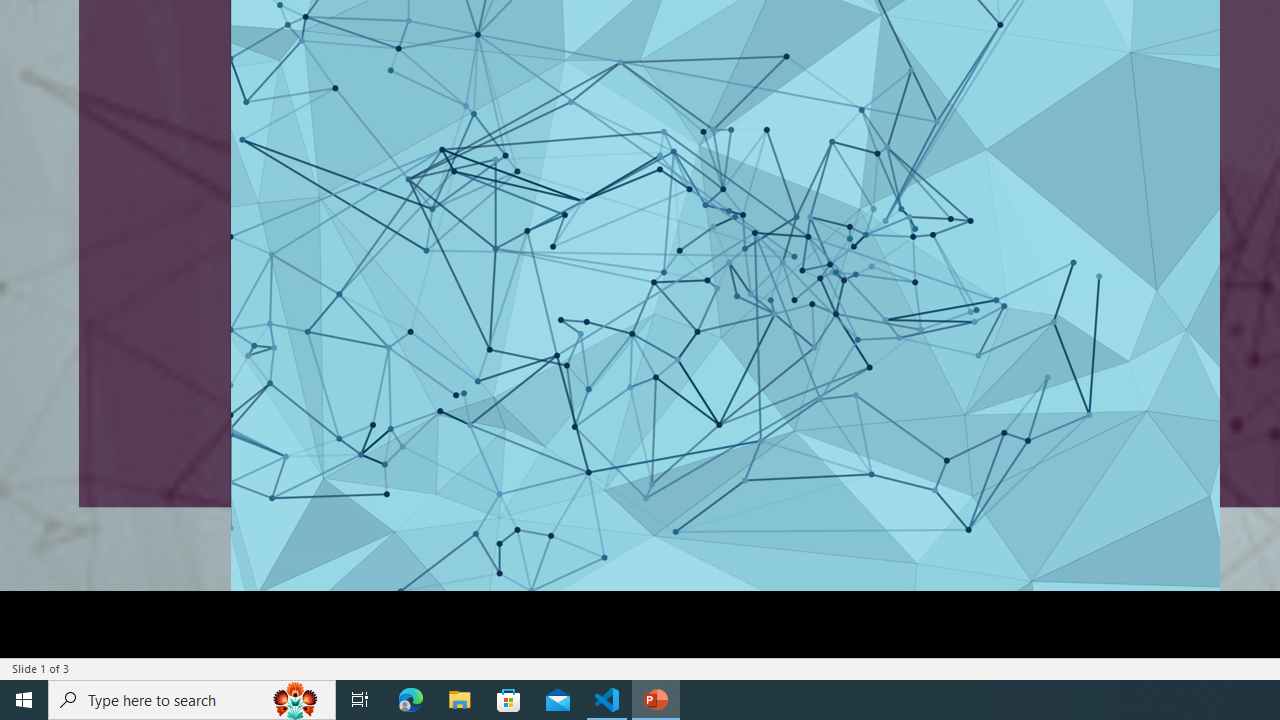  What do you see at coordinates (410, 698) in the screenshot?
I see `'Microsoft Edge'` at bounding box center [410, 698].